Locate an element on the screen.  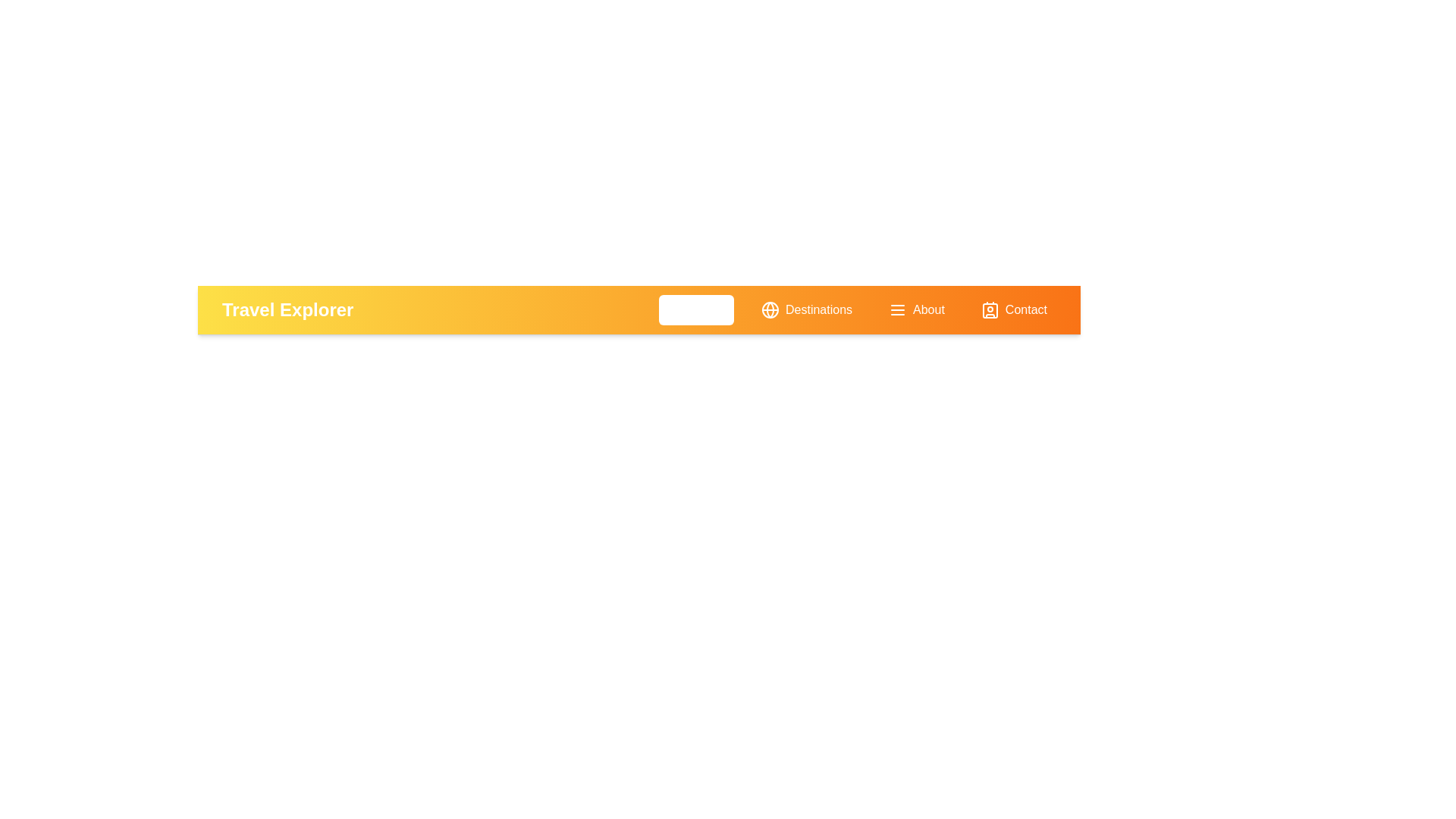
the 'Destinations' button, which is styled with an orange background and features a globe icon and white text label, located in the horizontal navigation bar is located at coordinates (806, 309).